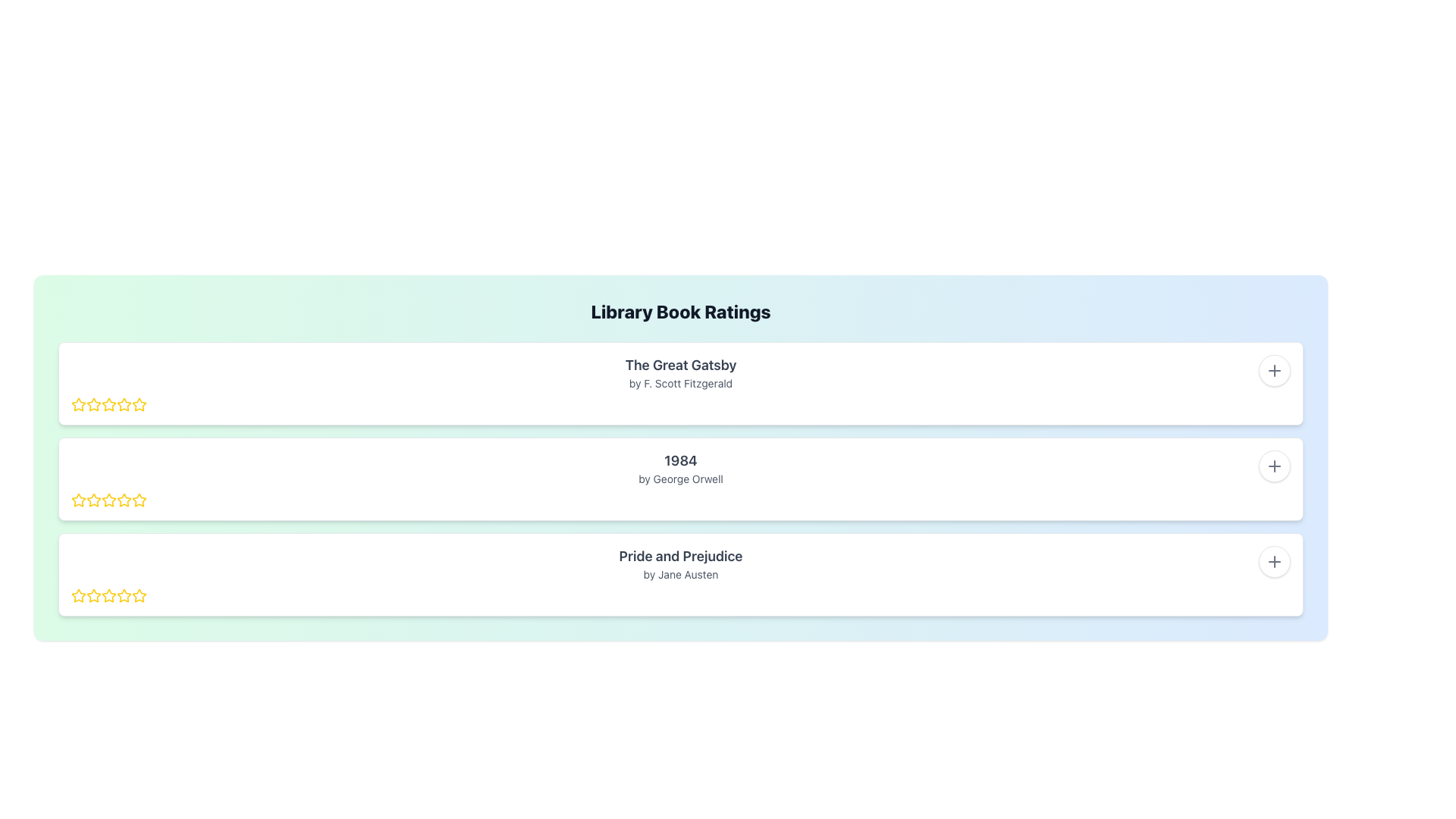 This screenshot has height=819, width=1456. Describe the element at coordinates (1274, 561) in the screenshot. I see `the circular plus icon located at the top-right corner of the third book entry box for 'Pride and Prejudice' by Jane Austen to initiate an action` at that location.